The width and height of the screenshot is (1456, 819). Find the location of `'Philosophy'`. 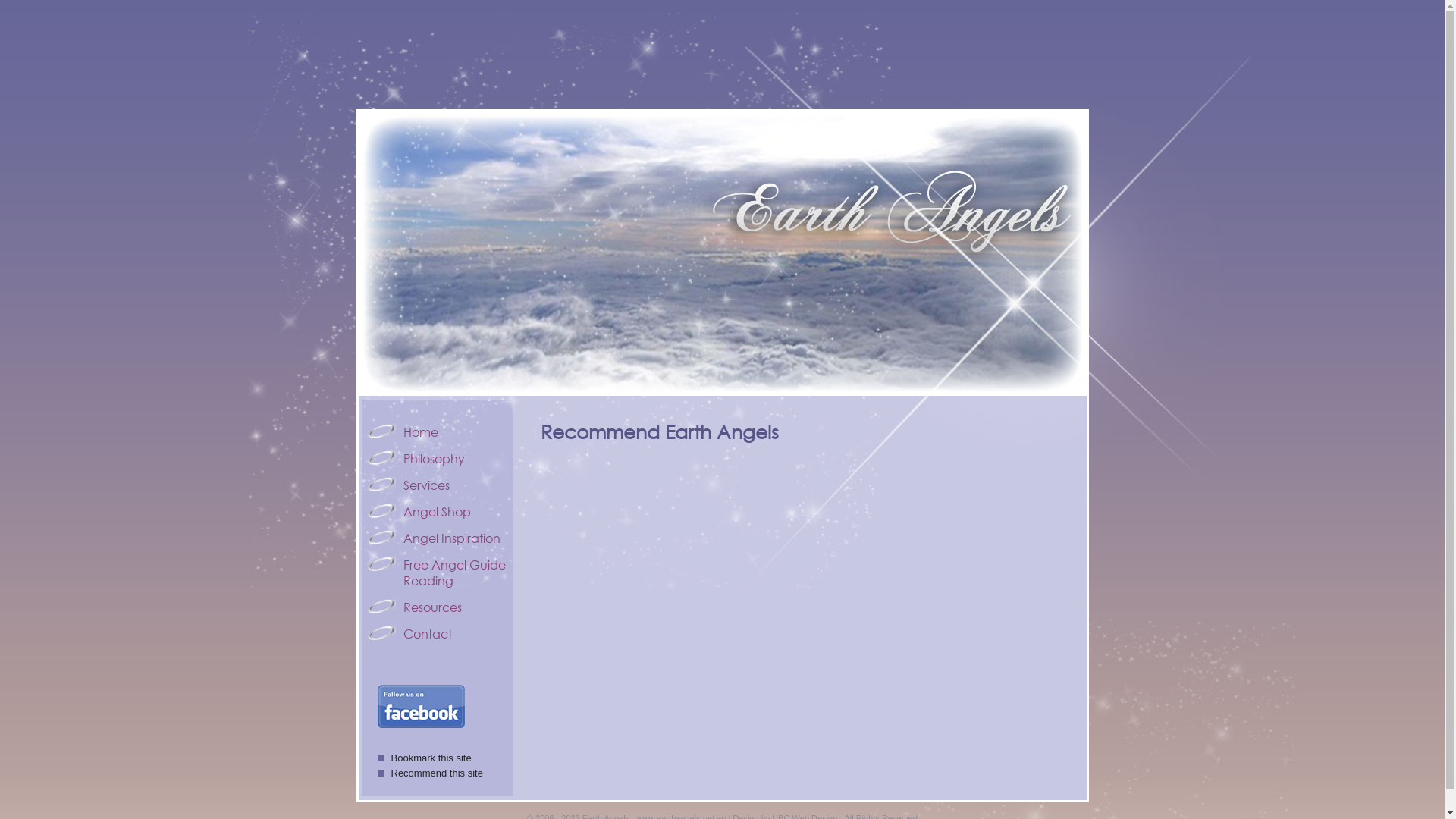

'Philosophy' is located at coordinates (437, 457).